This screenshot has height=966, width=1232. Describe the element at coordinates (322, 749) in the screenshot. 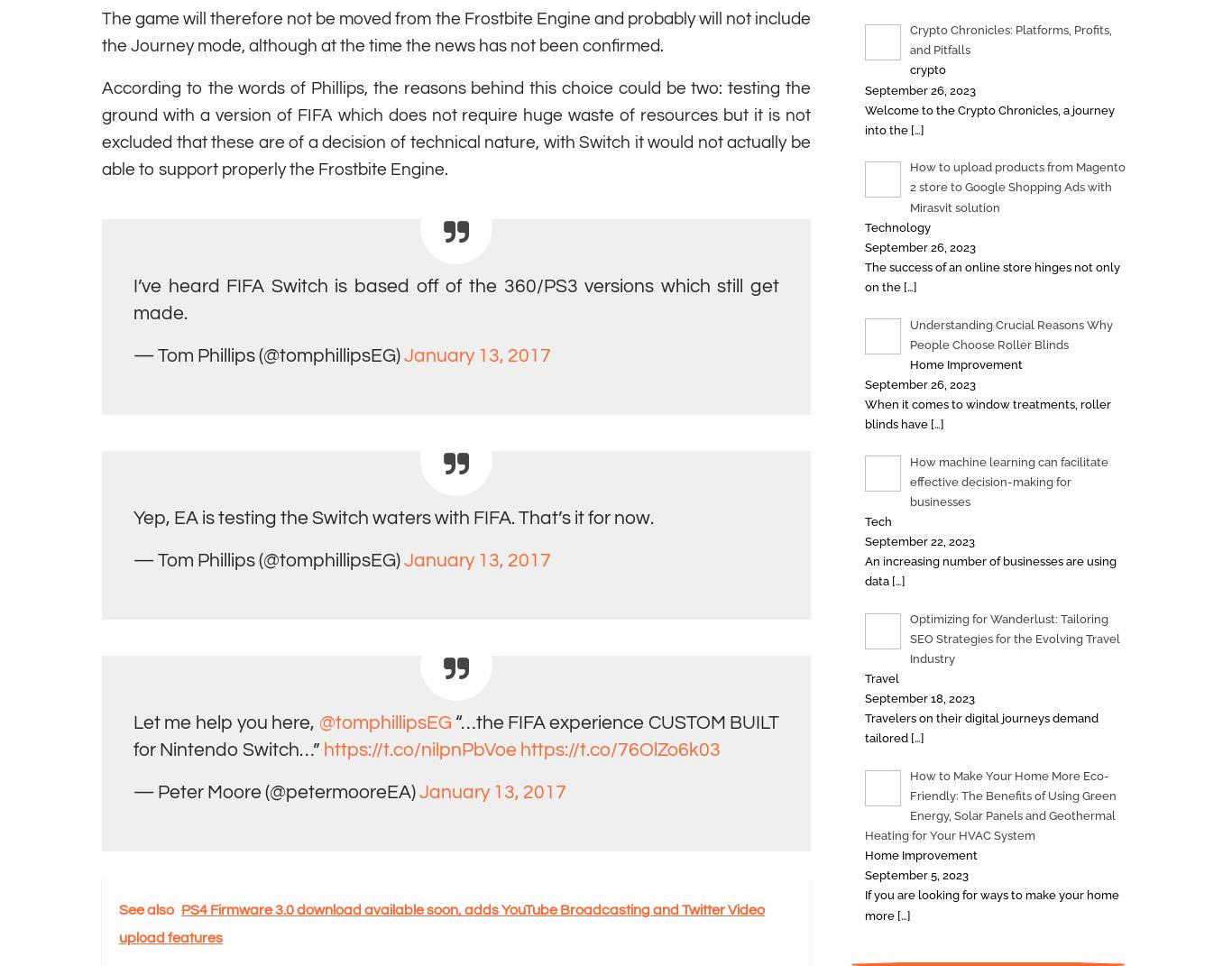

I see `'https://t.co/nilpnPbVoe'` at that location.